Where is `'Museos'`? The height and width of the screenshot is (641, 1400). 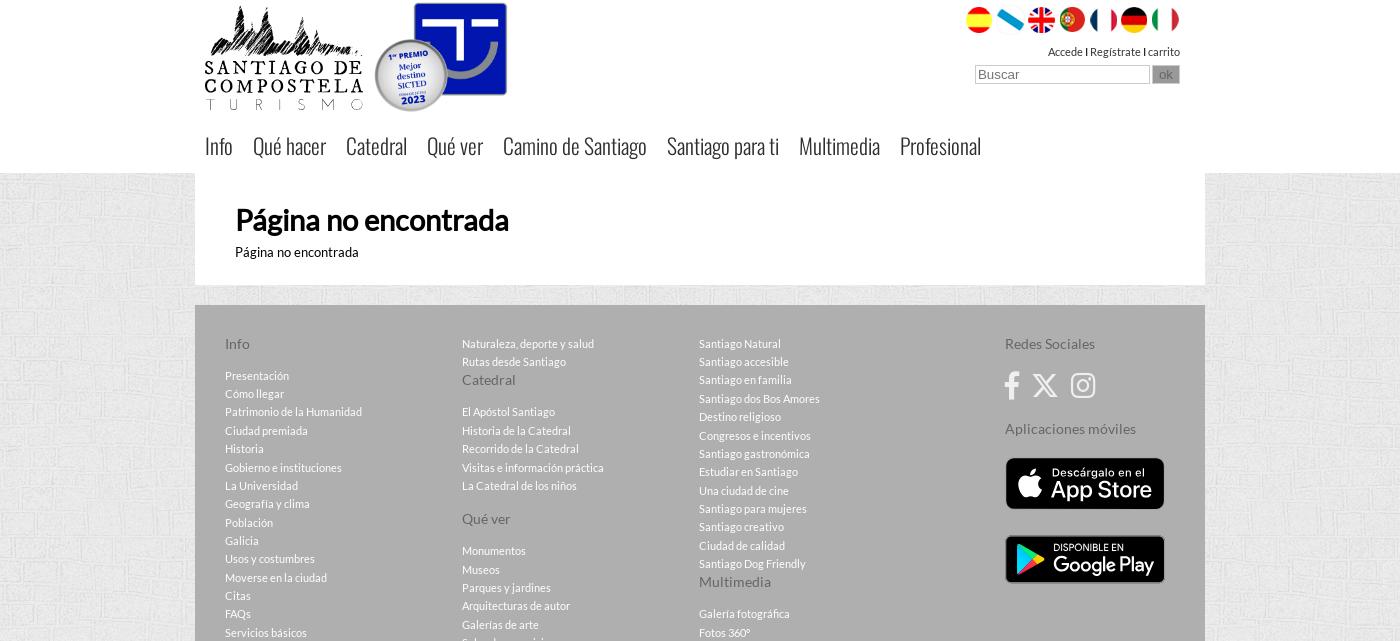 'Museos' is located at coordinates (481, 567).